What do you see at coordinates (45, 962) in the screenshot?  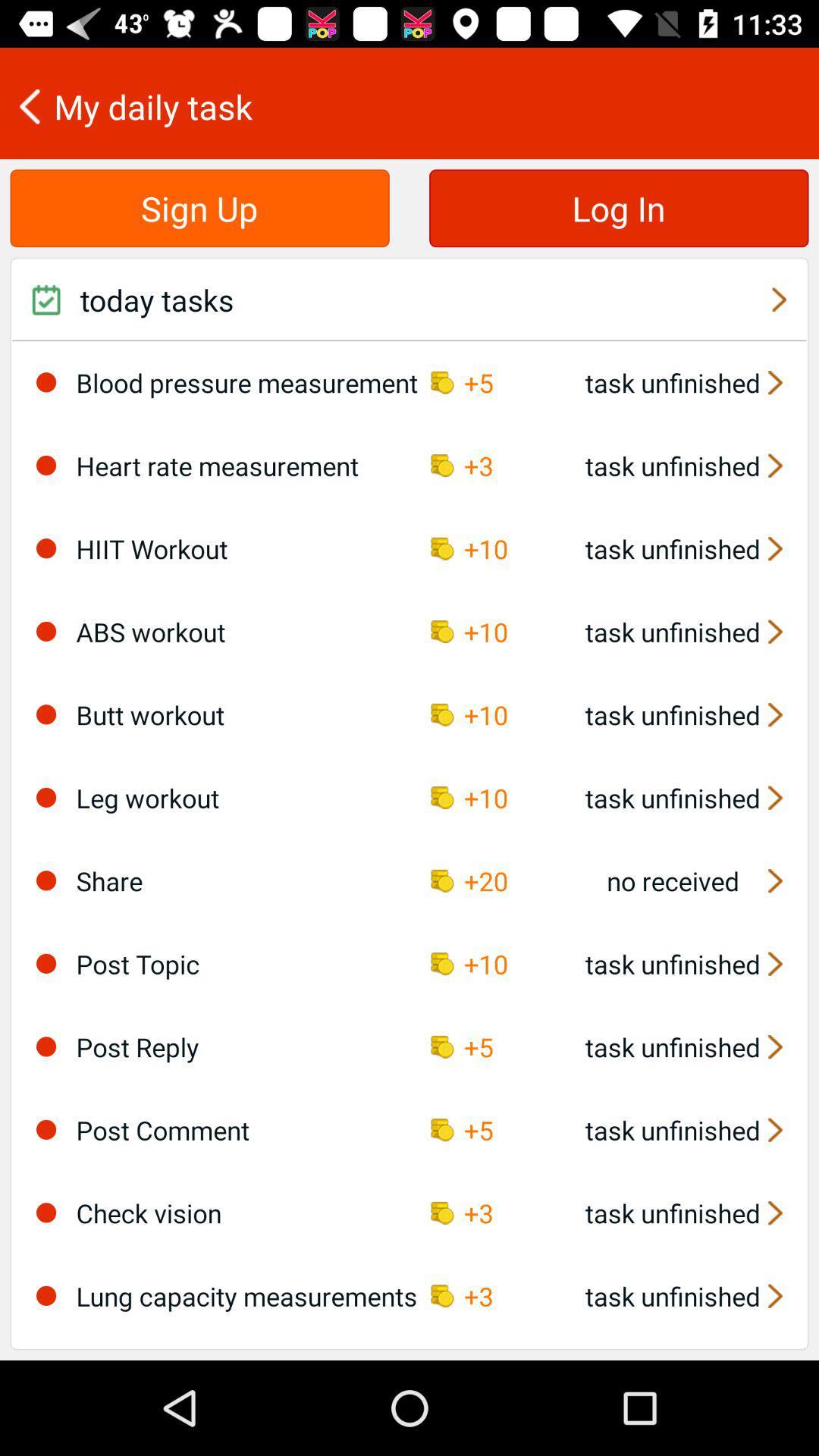 I see `the icon to the left of post topic item` at bounding box center [45, 962].